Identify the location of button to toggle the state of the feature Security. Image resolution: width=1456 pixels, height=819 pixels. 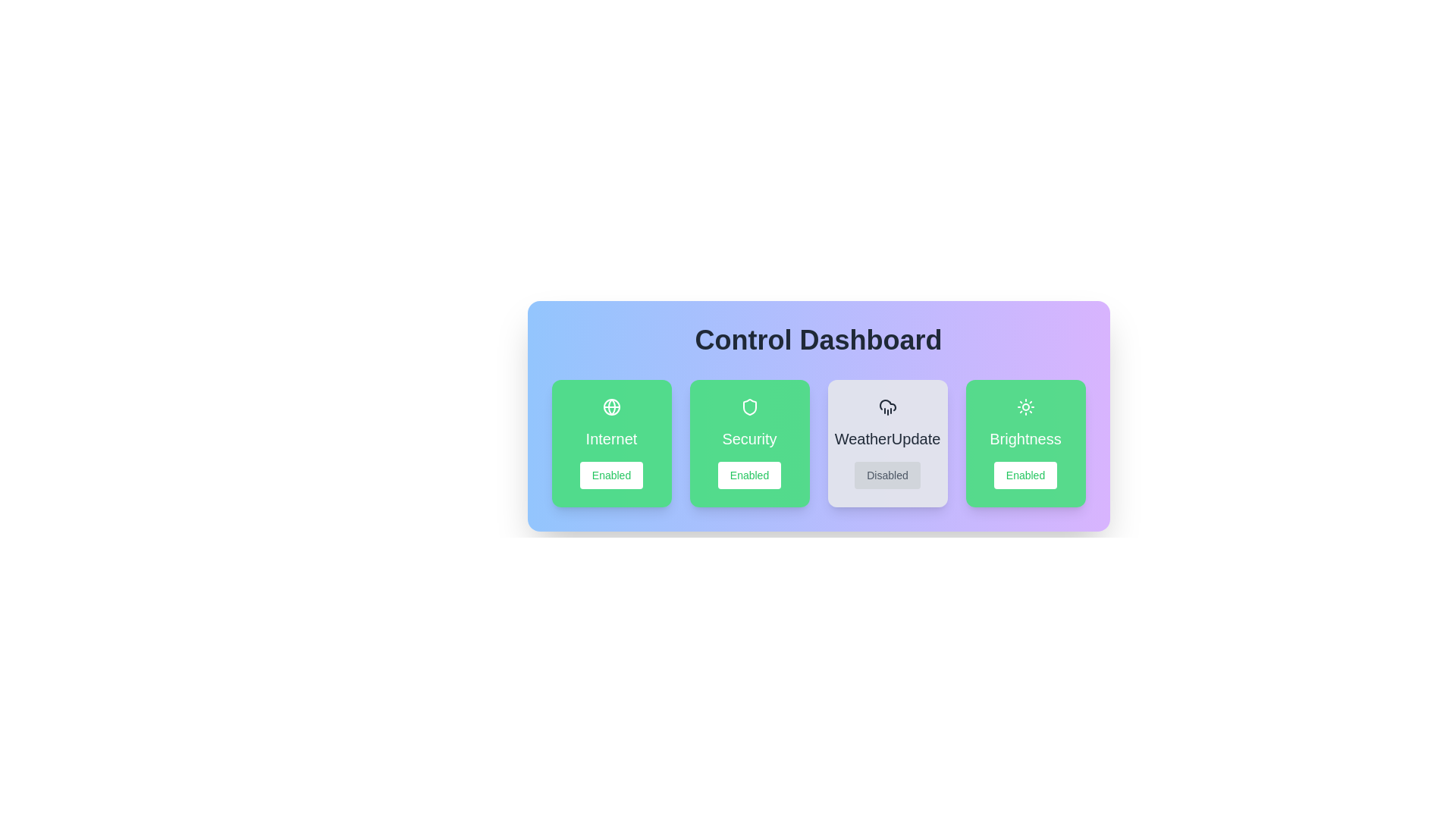
(749, 475).